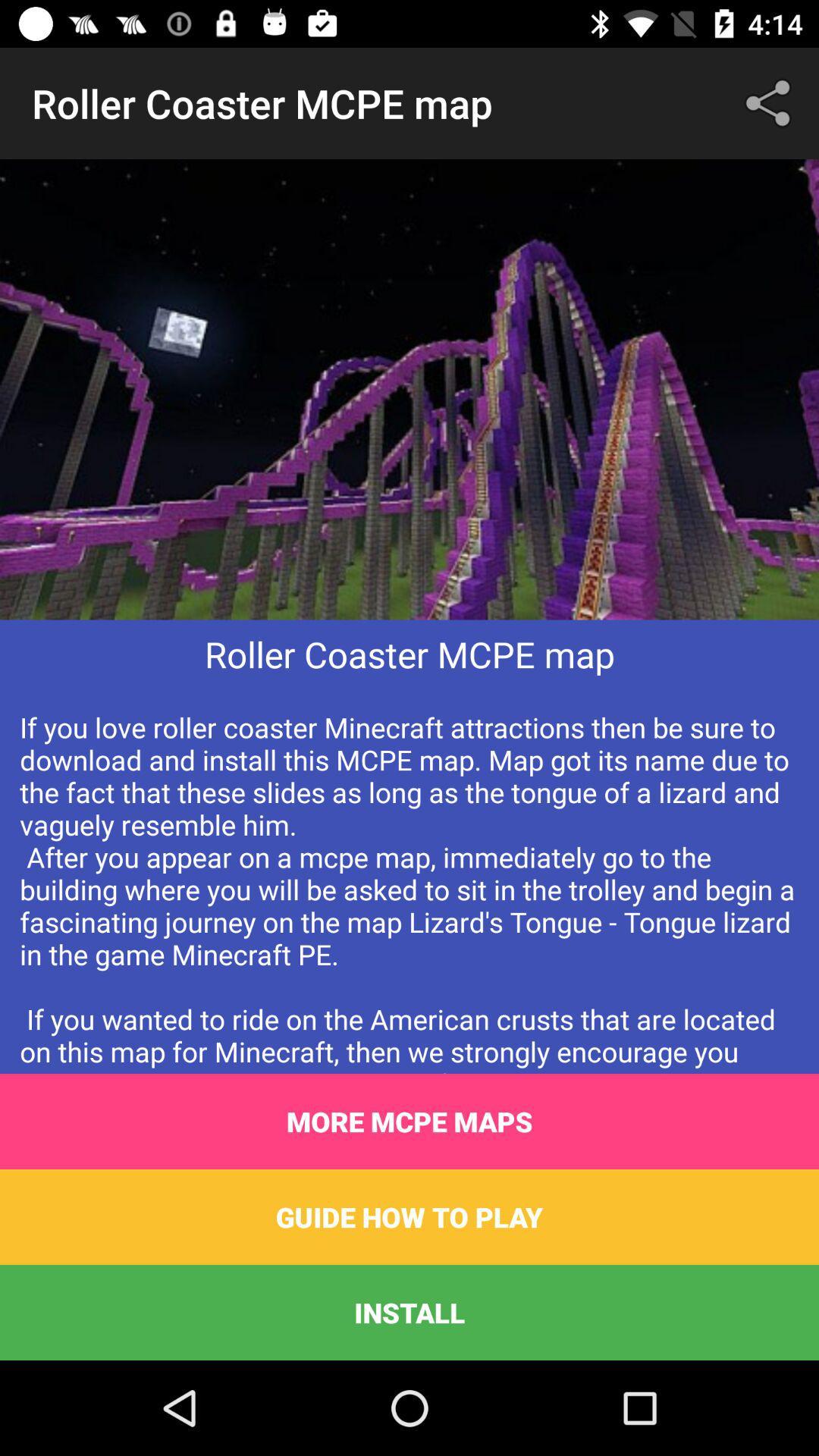  What do you see at coordinates (409, 1216) in the screenshot?
I see `item below the more mcpe maps item` at bounding box center [409, 1216].